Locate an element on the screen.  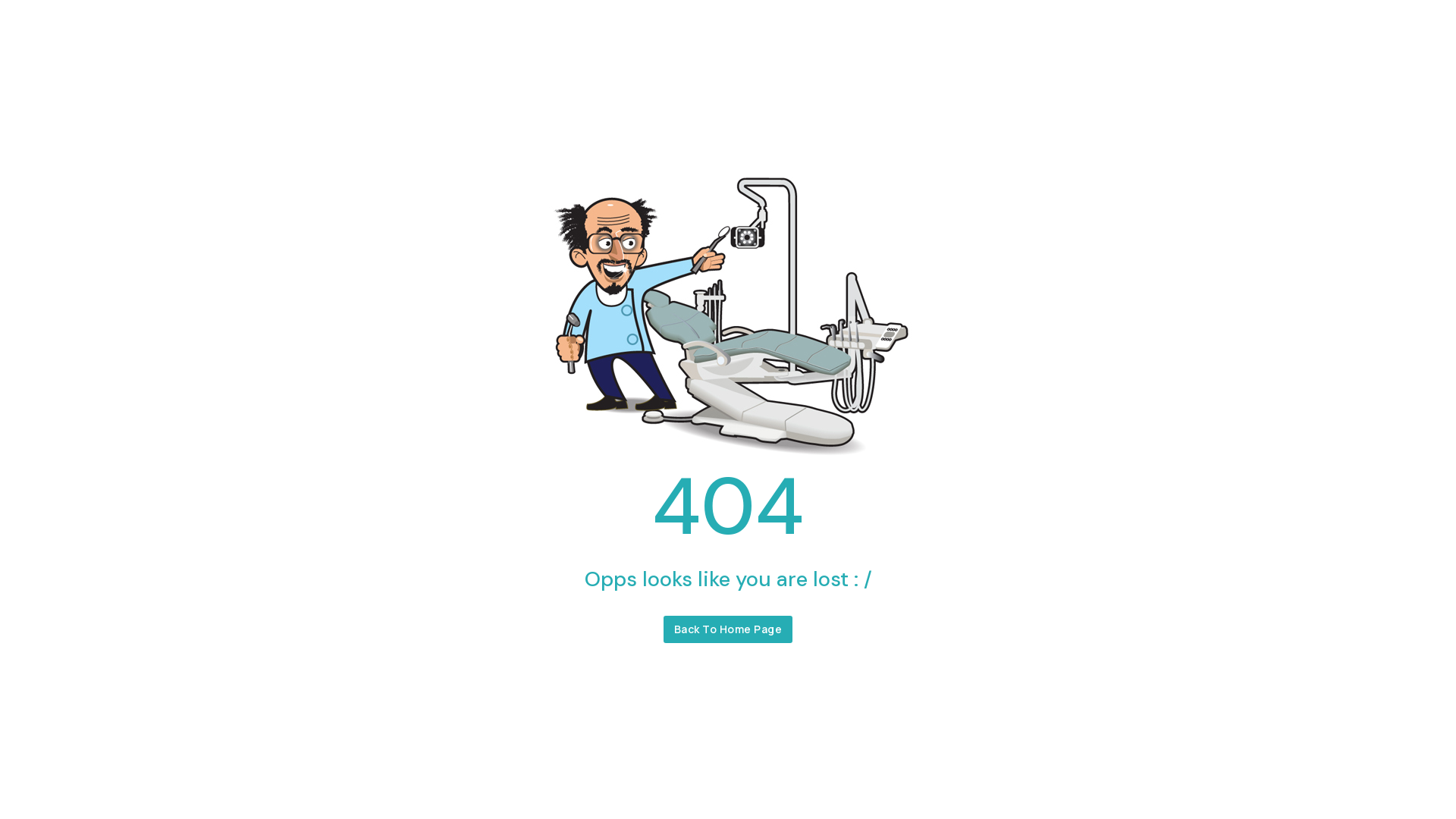
'Back To Home Page' is located at coordinates (728, 629).